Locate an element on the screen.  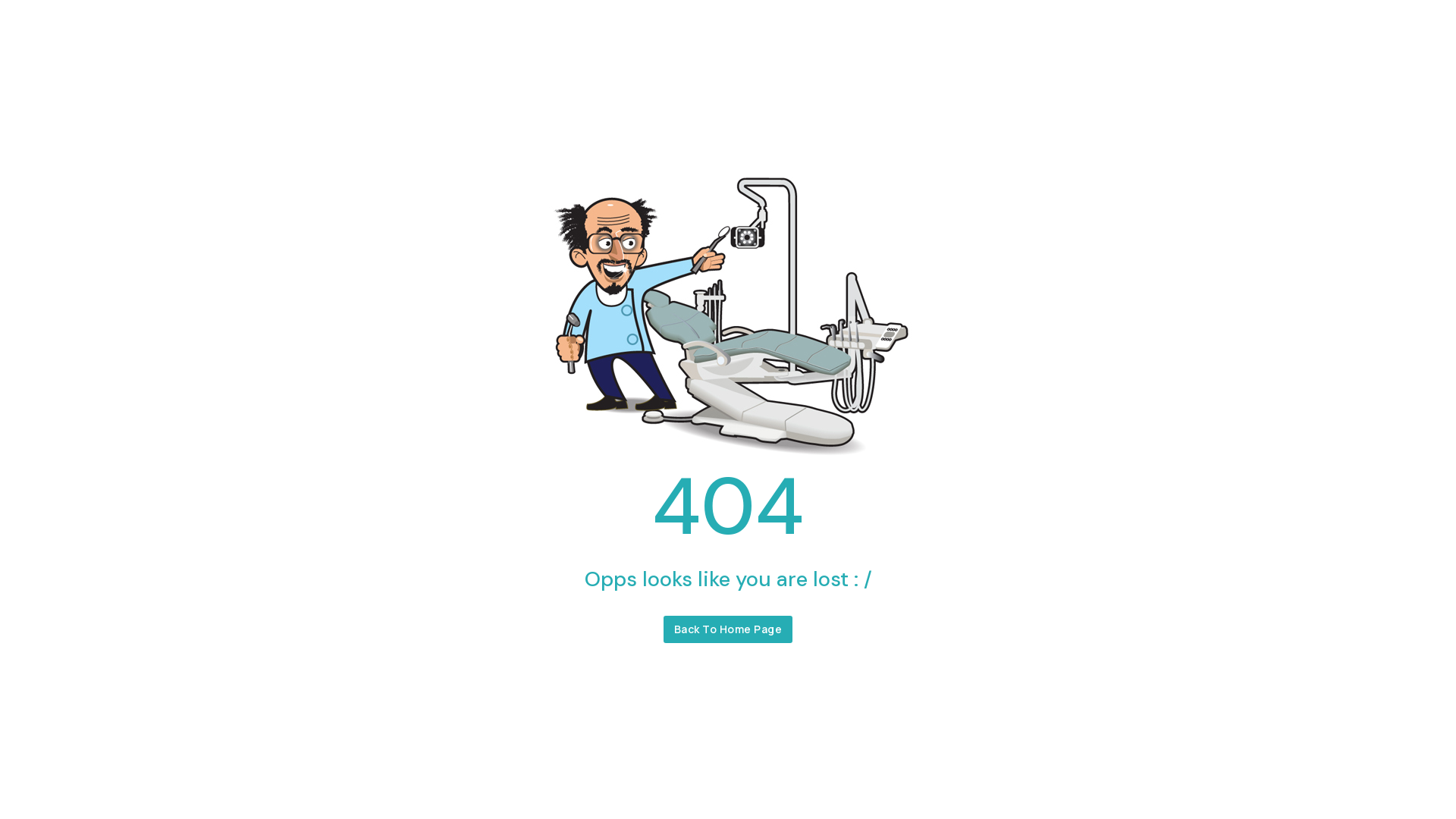
'Back To Home Page' is located at coordinates (728, 629).